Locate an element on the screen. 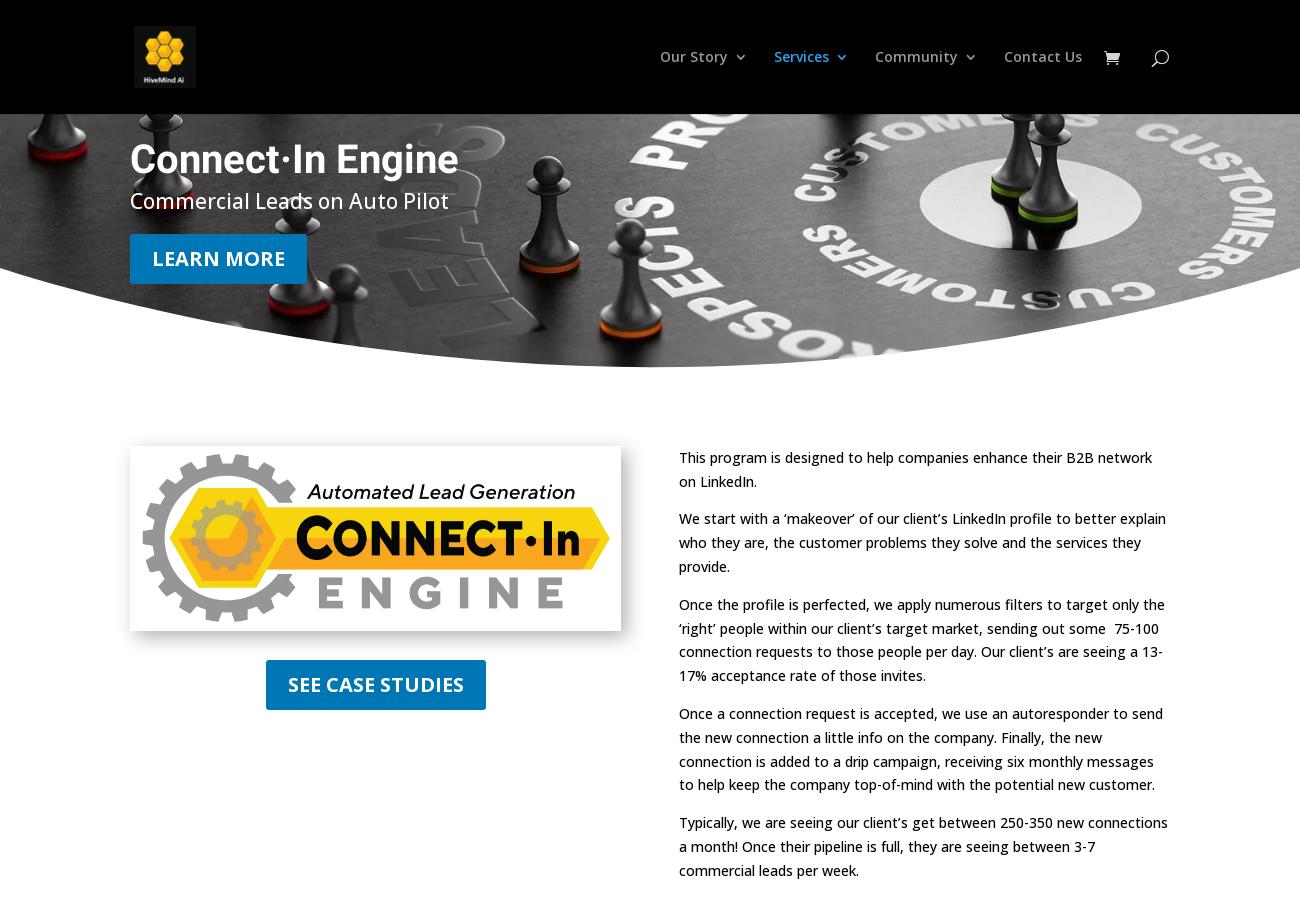  'Reputation Management' is located at coordinates (861, 209).